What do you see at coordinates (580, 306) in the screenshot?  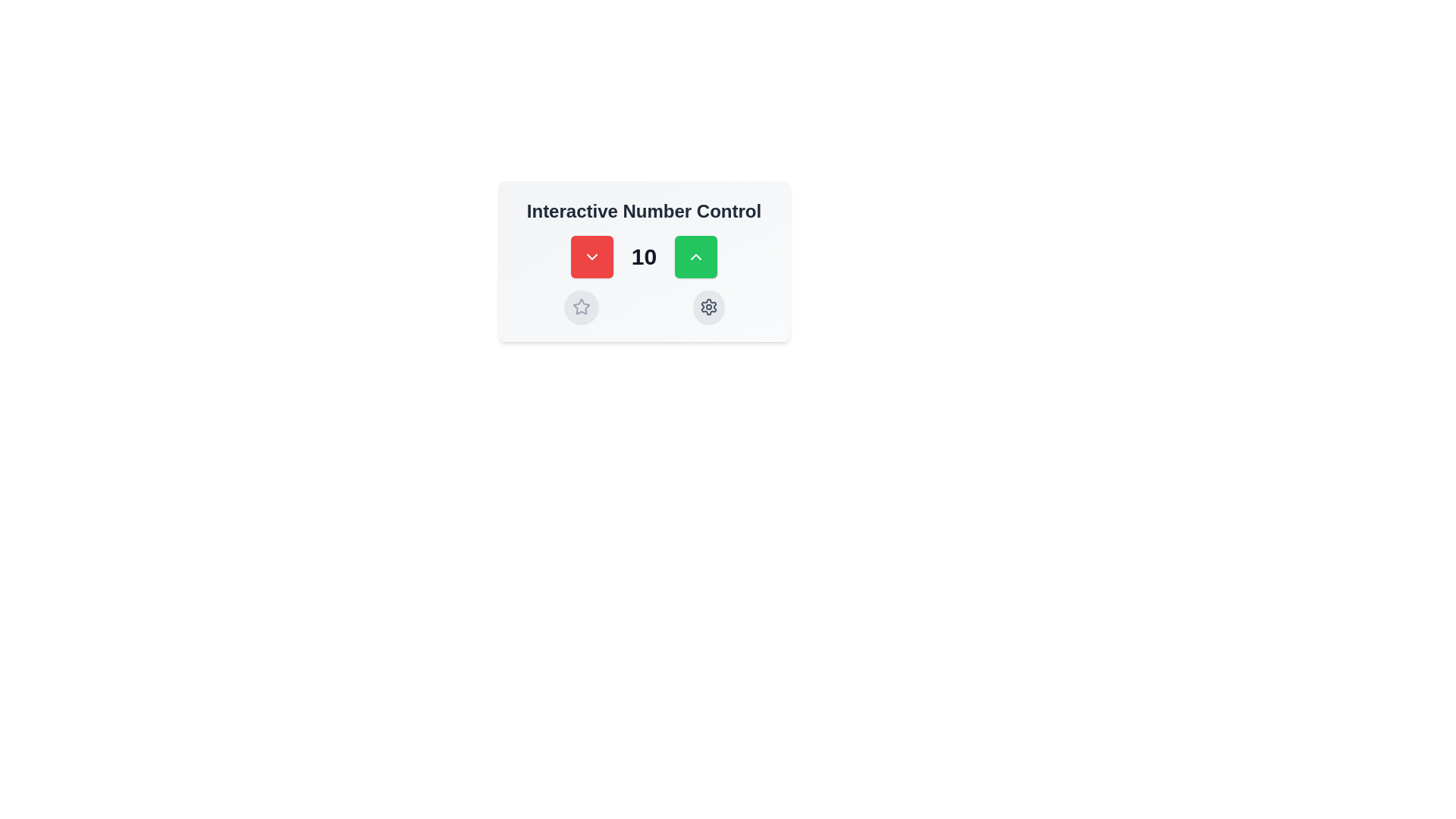 I see `the left-side circular graphical icon located below the number control buttons ('-' and '+') and to the left of the gear-shaped icon` at bounding box center [580, 306].